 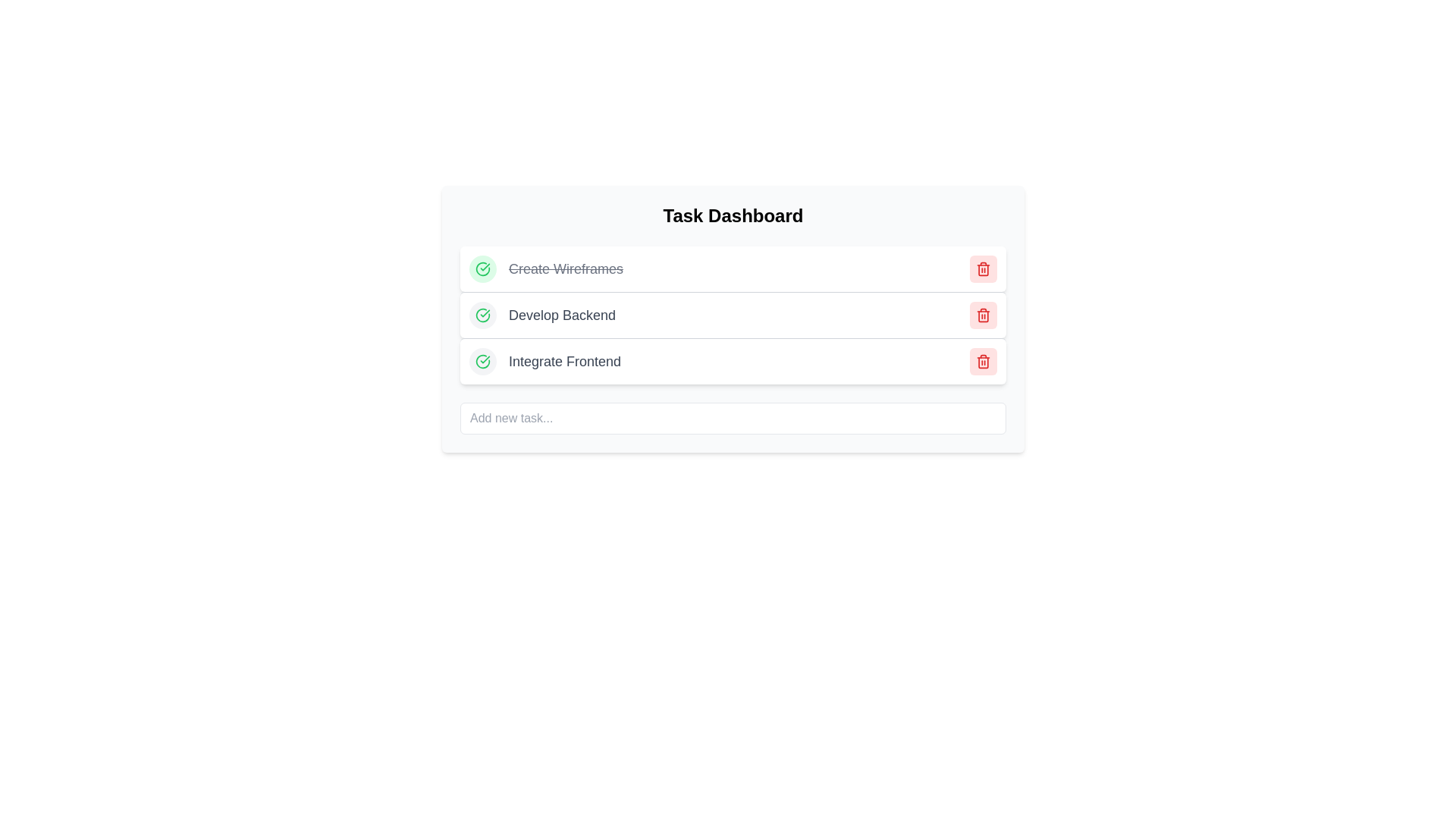 What do you see at coordinates (482, 362) in the screenshot?
I see `the green check mark icon button for the 'Integrate Frontend' task` at bounding box center [482, 362].